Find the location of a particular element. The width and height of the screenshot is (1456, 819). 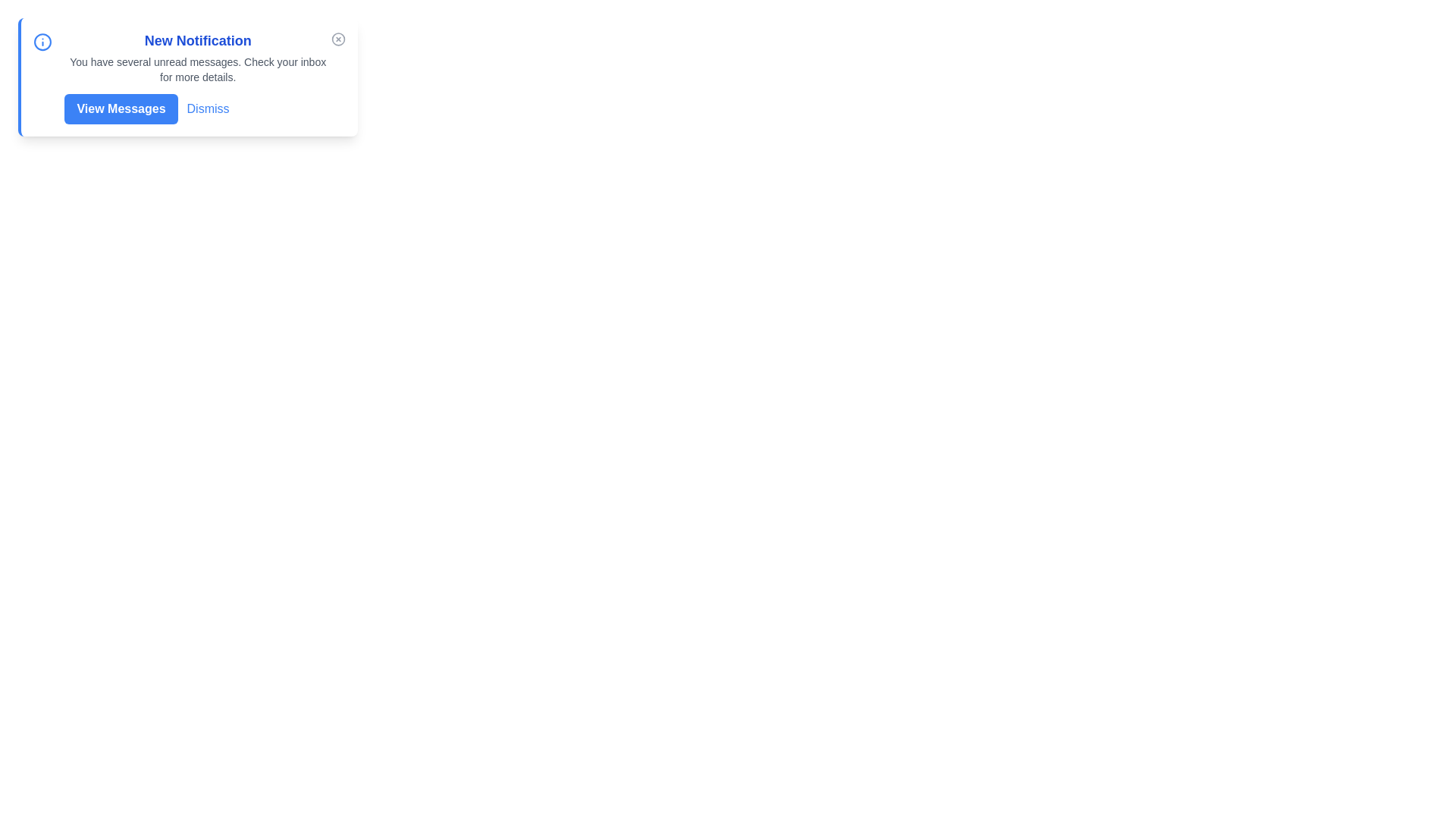

the Text link that dismisses the notification, located to the right of the 'View Messages' button in the notification footer bar is located at coordinates (207, 108).